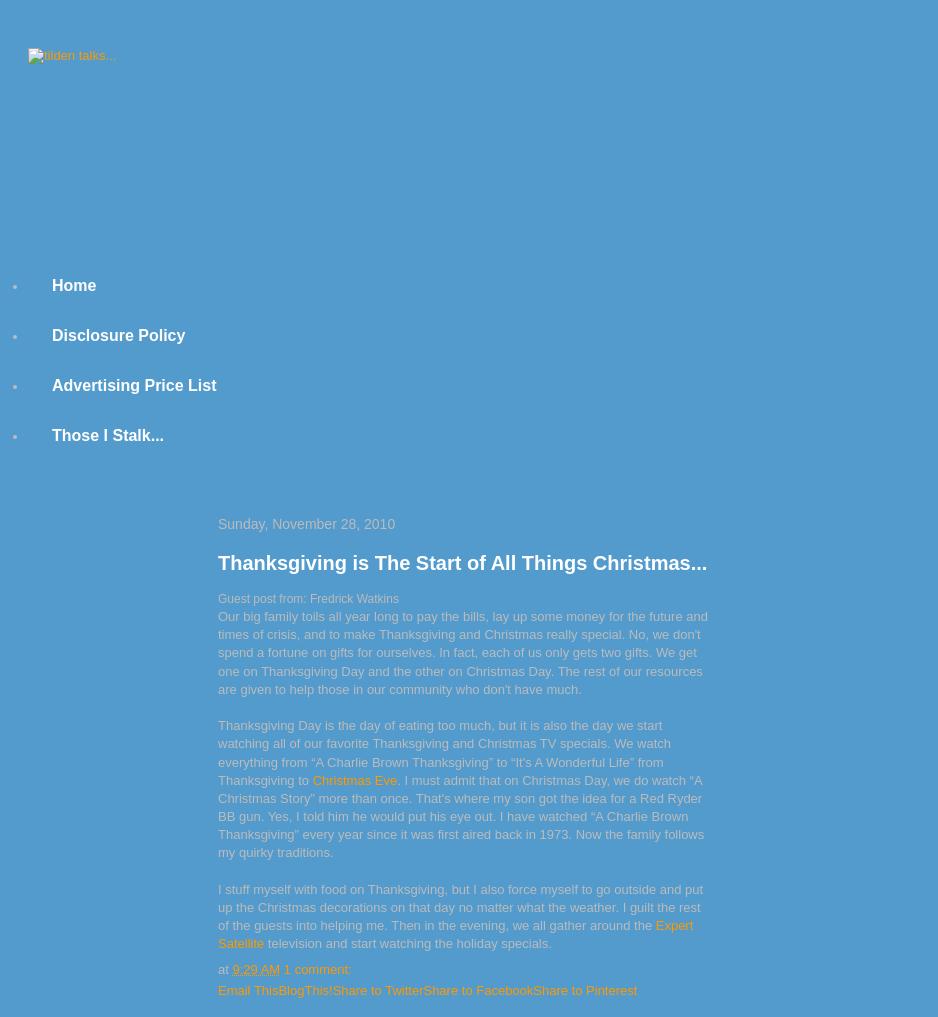  Describe the element at coordinates (254, 969) in the screenshot. I see `'9:29 AM'` at that location.